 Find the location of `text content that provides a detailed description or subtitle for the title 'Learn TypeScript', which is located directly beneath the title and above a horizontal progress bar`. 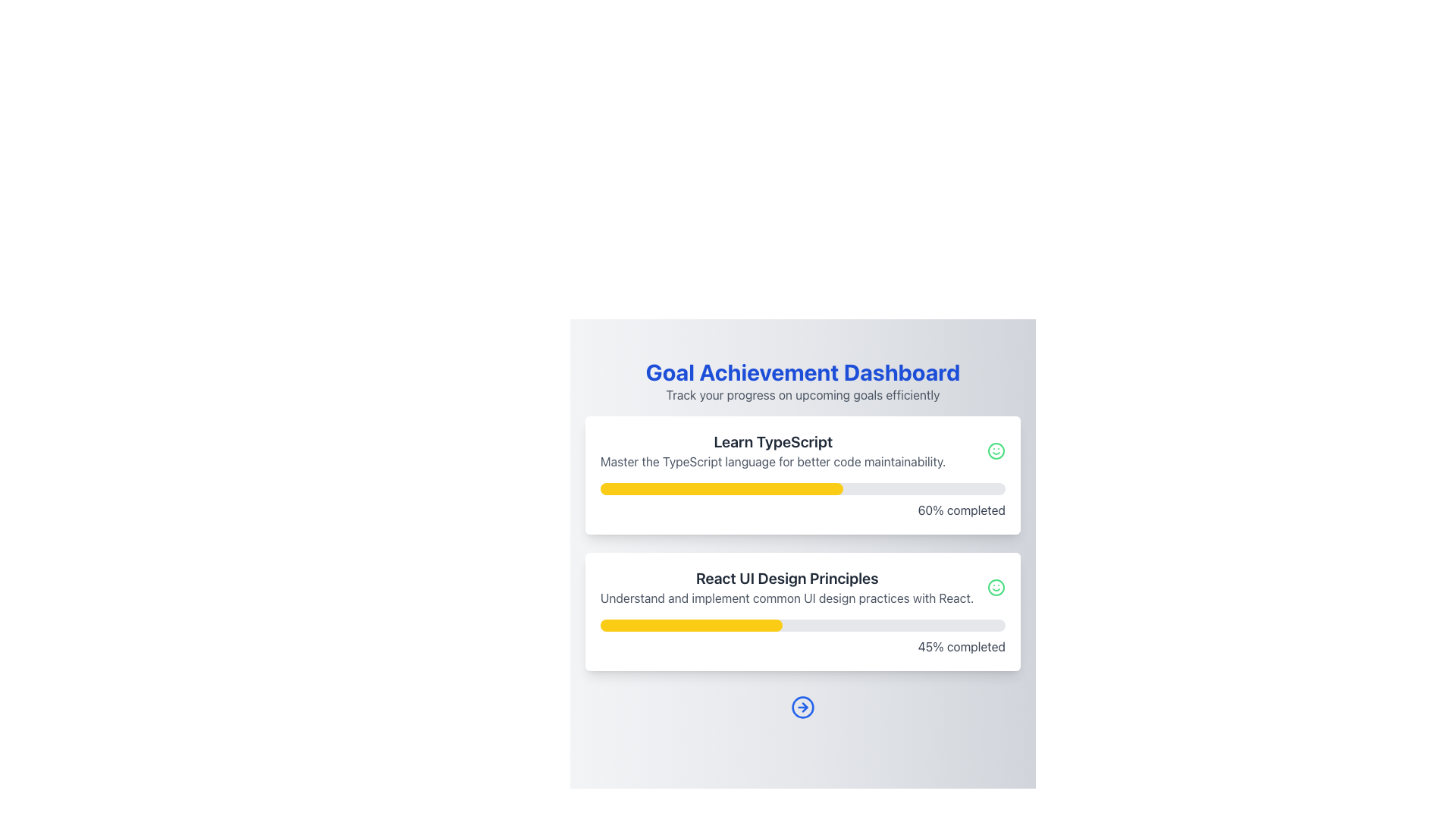

text content that provides a detailed description or subtitle for the title 'Learn TypeScript', which is located directly beneath the title and above a horizontal progress bar is located at coordinates (773, 461).